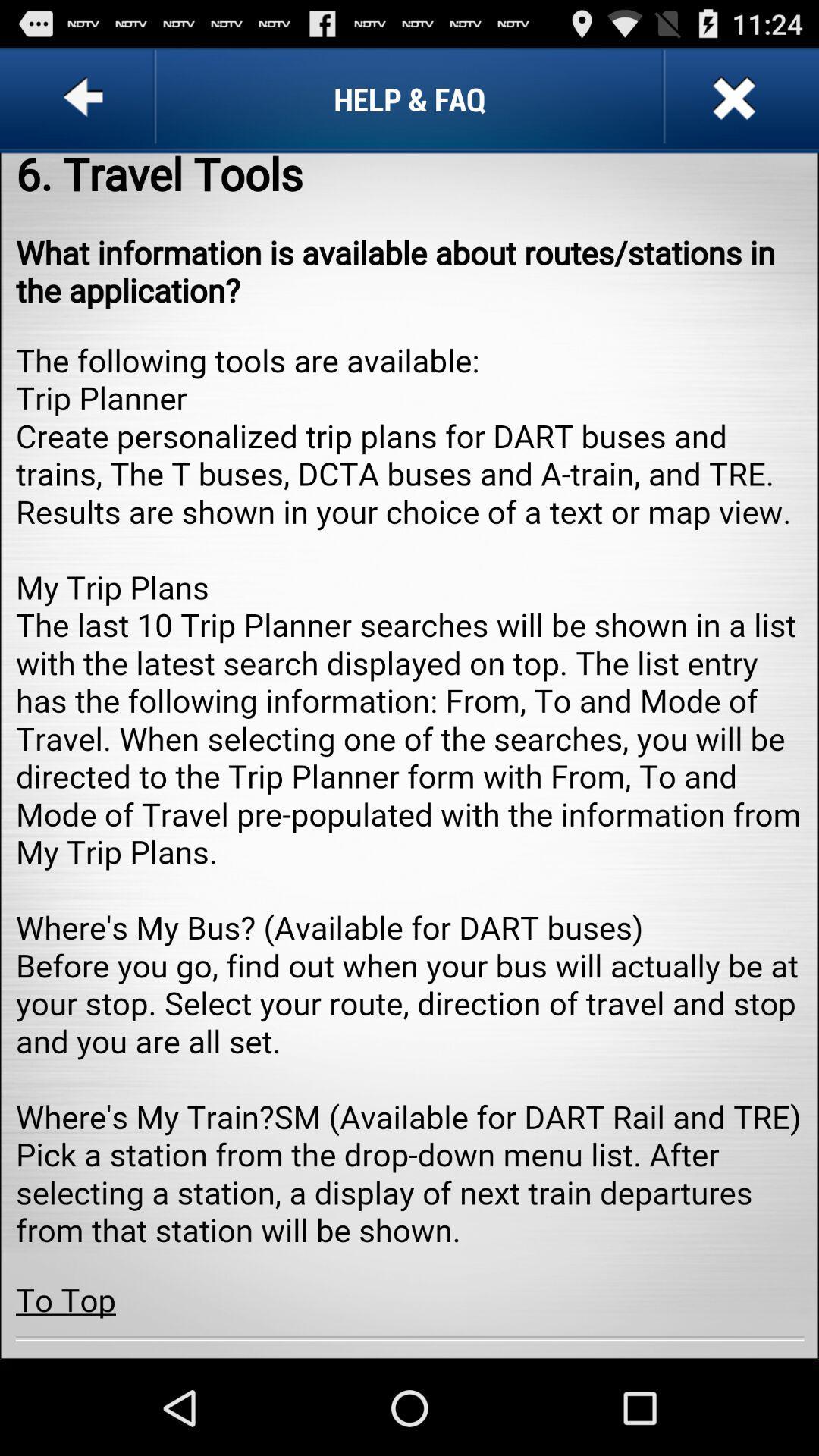  What do you see at coordinates (86, 98) in the screenshot?
I see `go back` at bounding box center [86, 98].